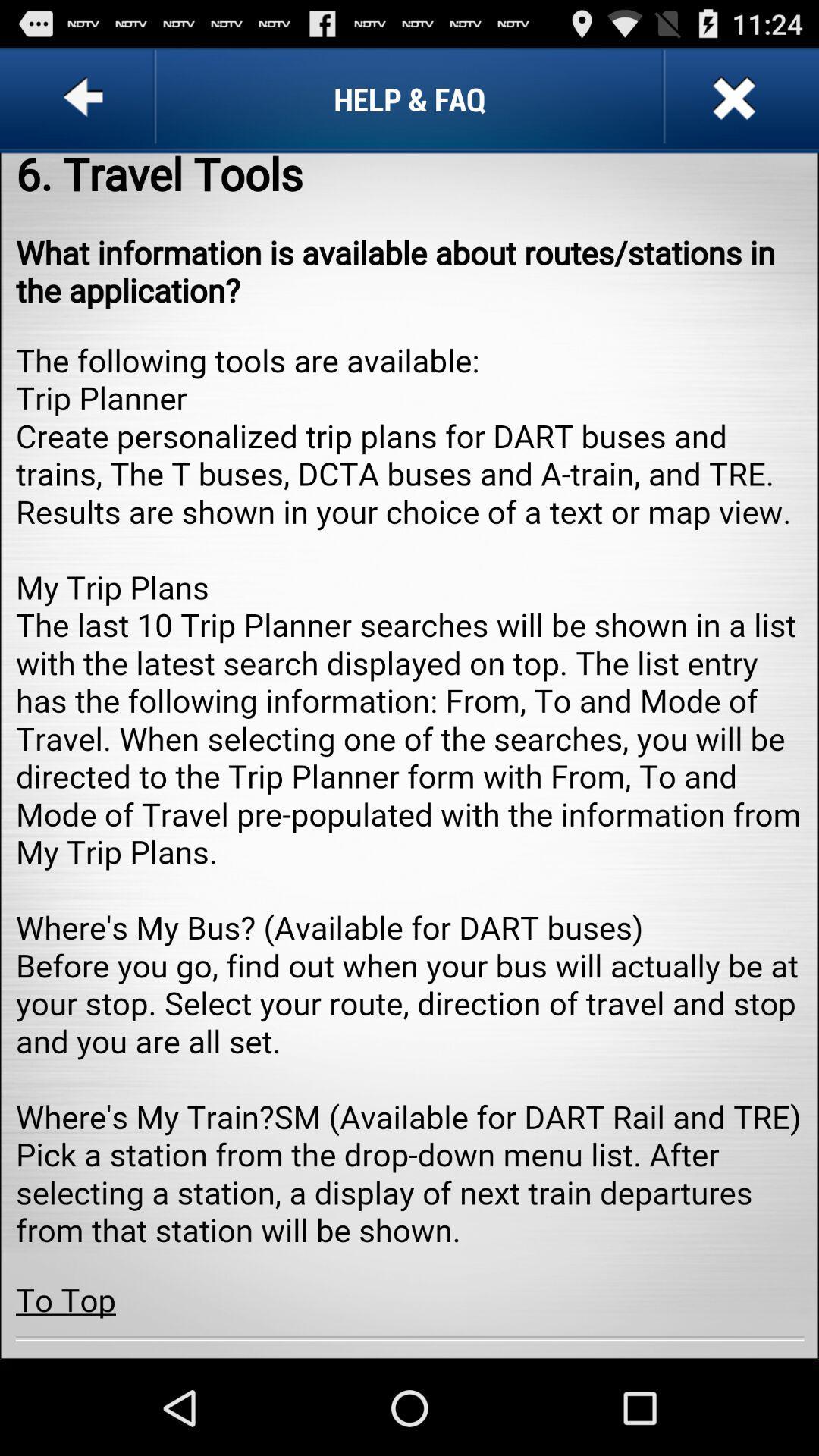  What do you see at coordinates (86, 98) in the screenshot?
I see `go back` at bounding box center [86, 98].